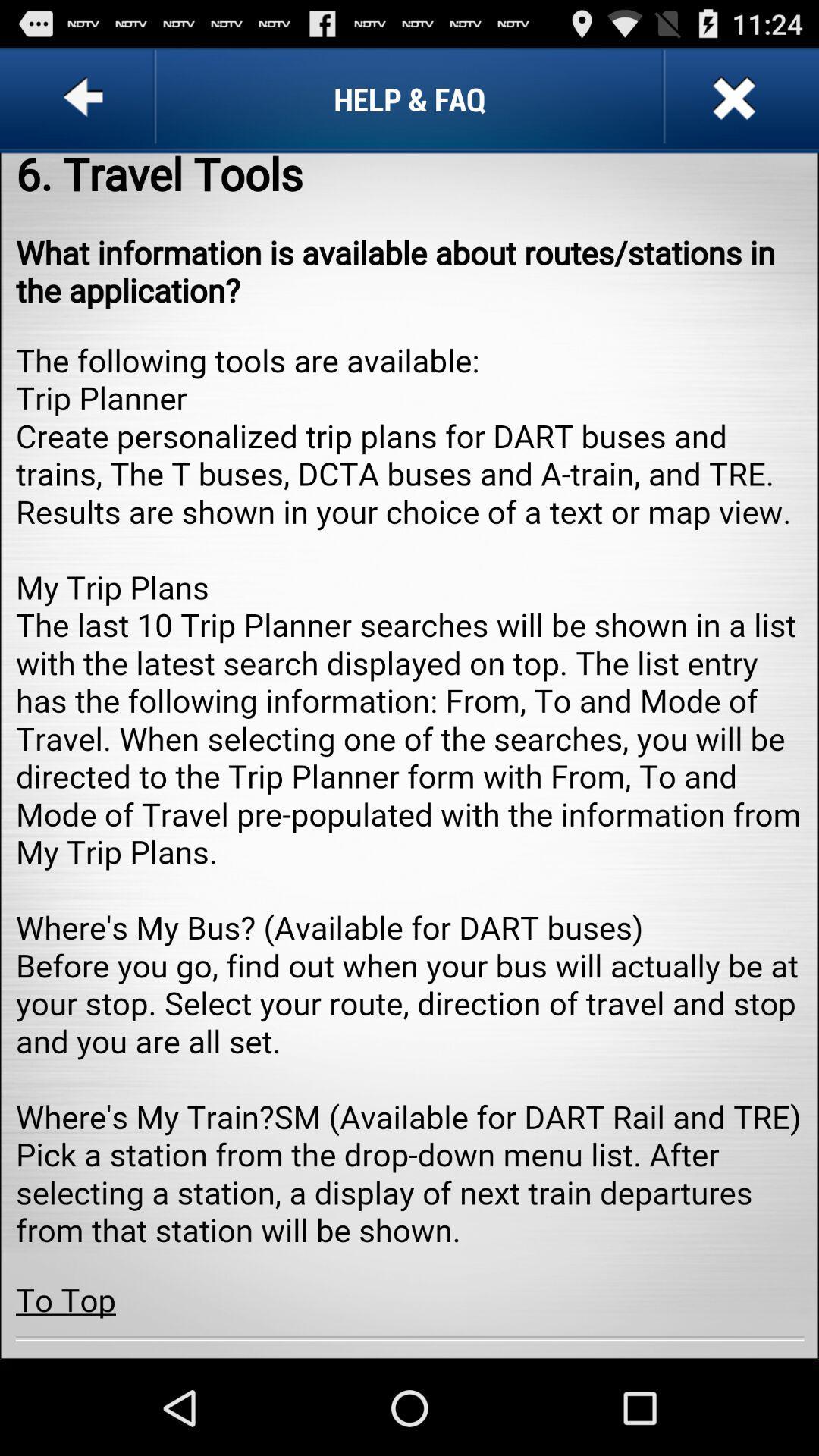  What do you see at coordinates (86, 98) in the screenshot?
I see `go back` at bounding box center [86, 98].